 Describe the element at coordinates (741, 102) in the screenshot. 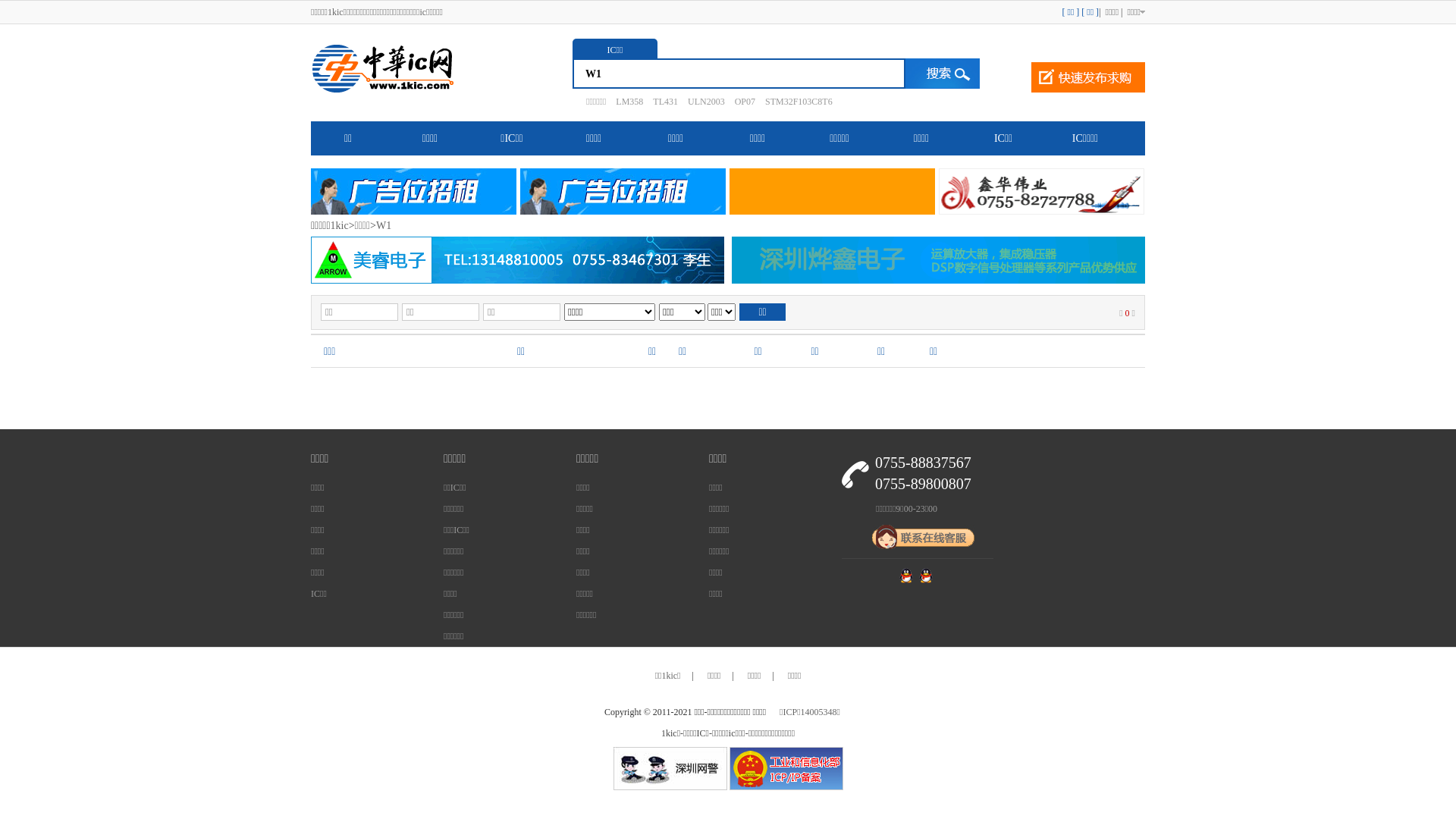

I see `'OP07'` at that location.